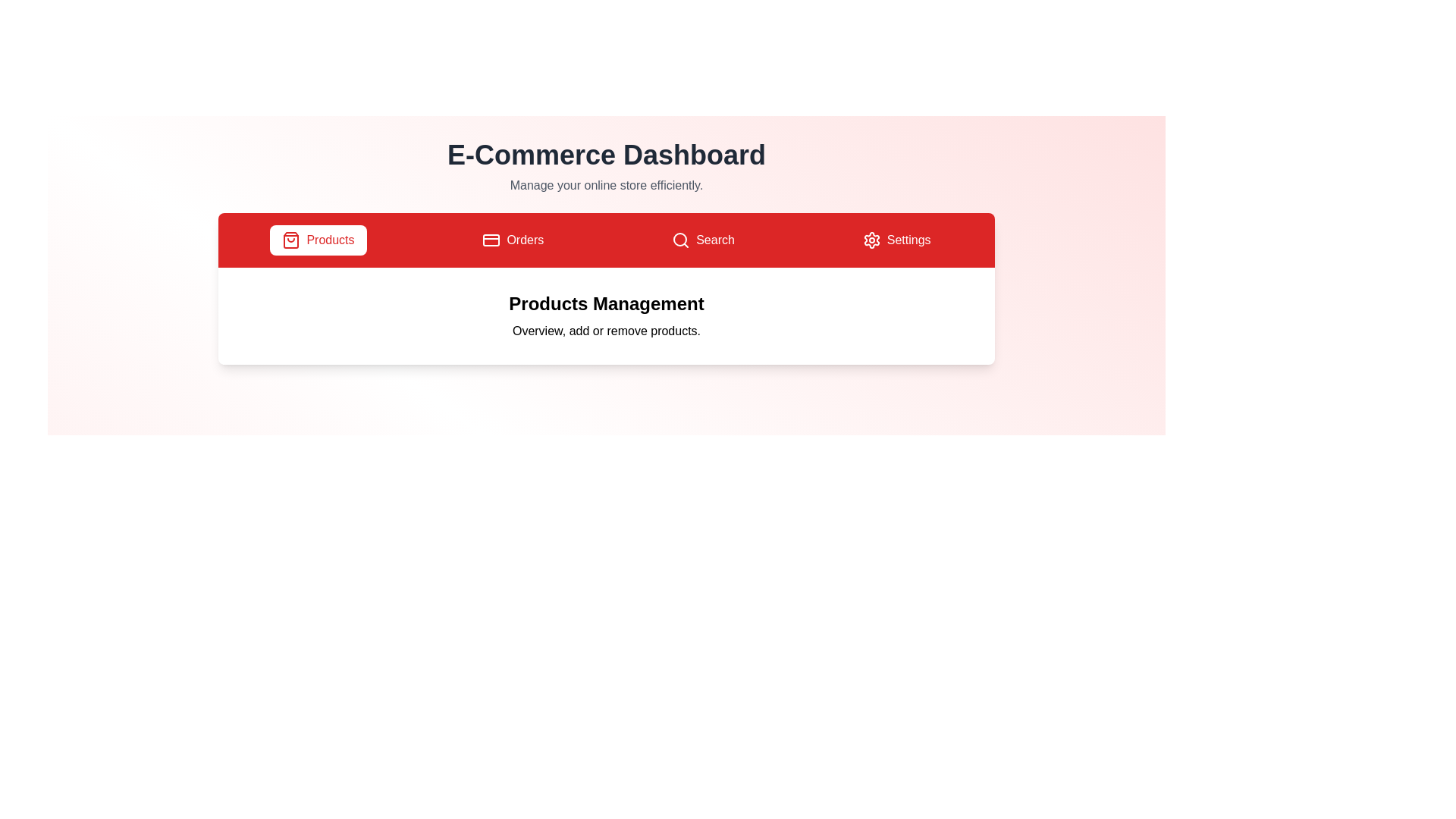  What do you see at coordinates (317, 239) in the screenshot?
I see `the 'Products' button, which has a white background with red text and a red shopping bag icon` at bounding box center [317, 239].